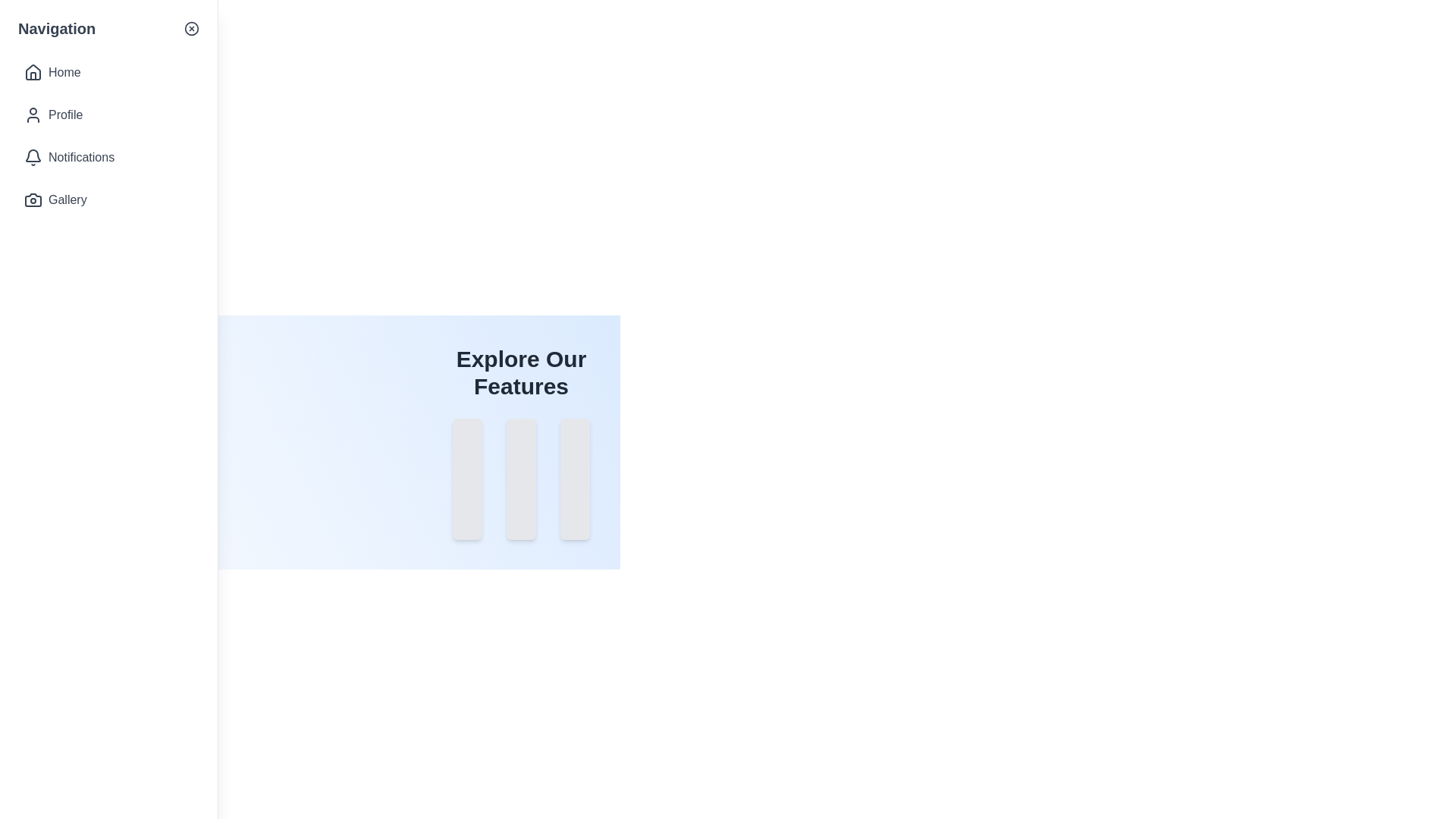  I want to click on the 'Profile' navigation menu item, which is the second item in a vertical list of four items, located directly below 'Home' and above 'Notifications', so click(64, 114).